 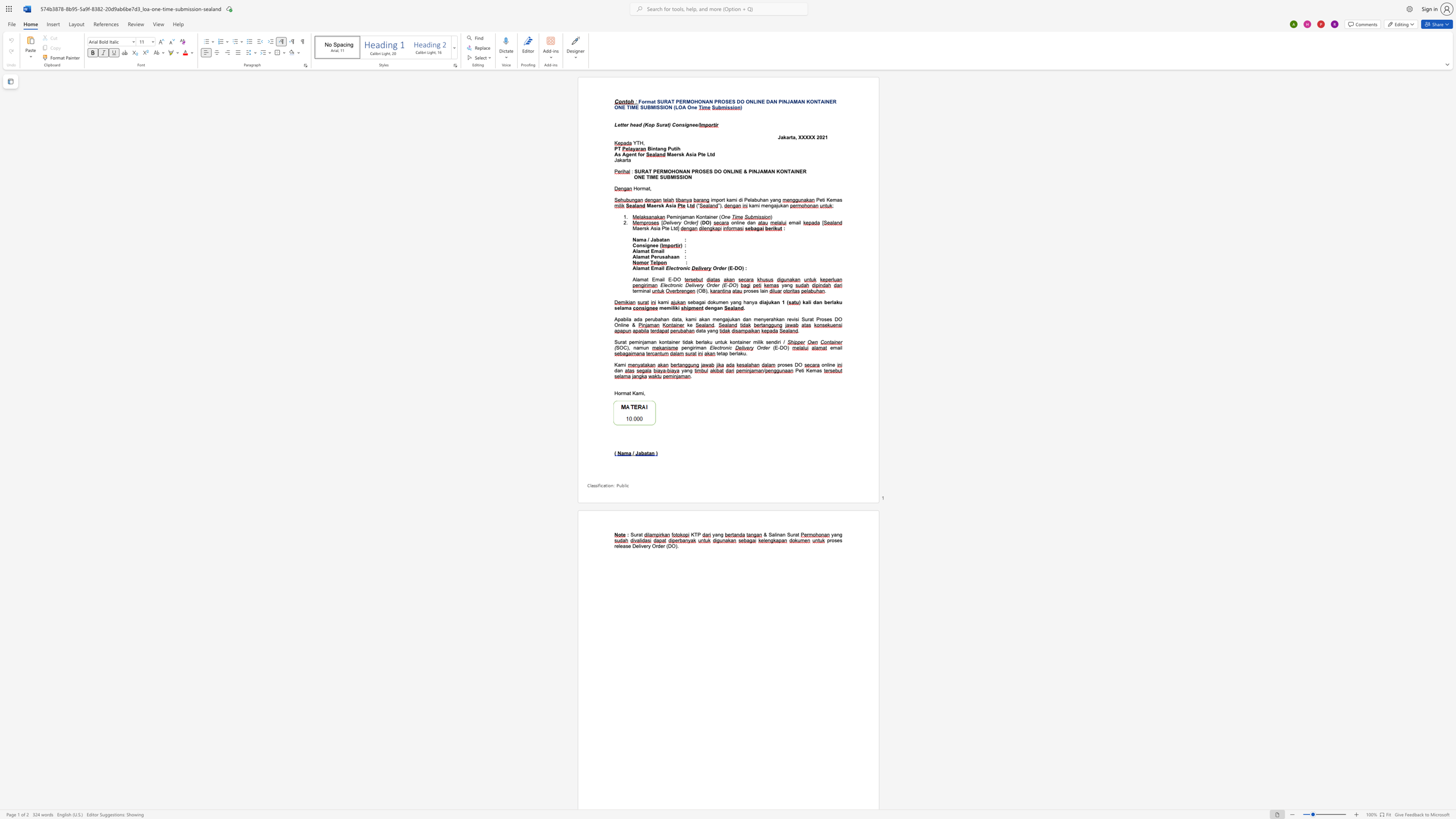 I want to click on the subset text "Proses DO On" within the text "Proses DO Online &", so click(x=816, y=319).